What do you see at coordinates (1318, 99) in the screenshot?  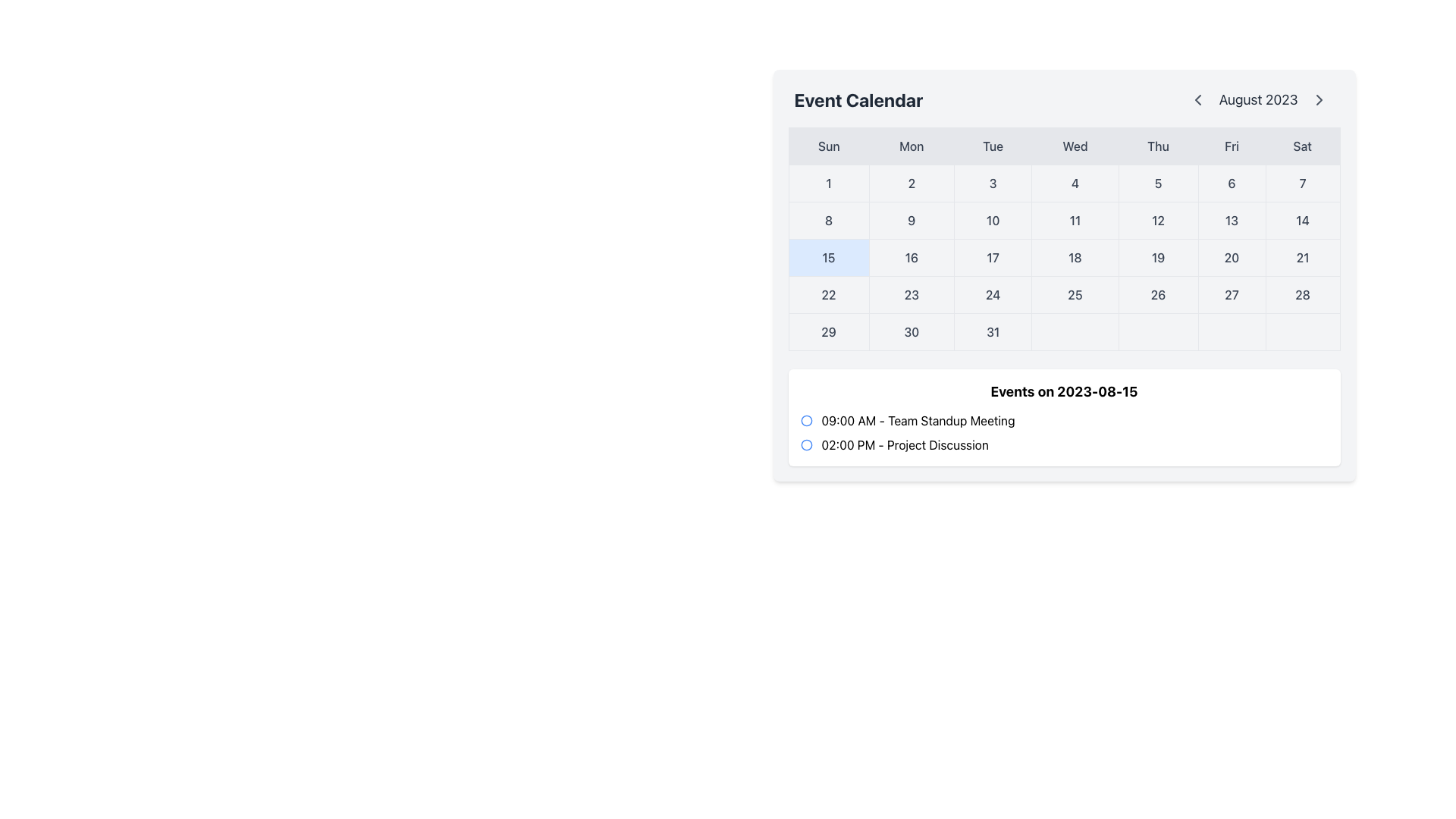 I see `the right-facing chevron icon button with a gray color and hover effect to activate style changes` at bounding box center [1318, 99].